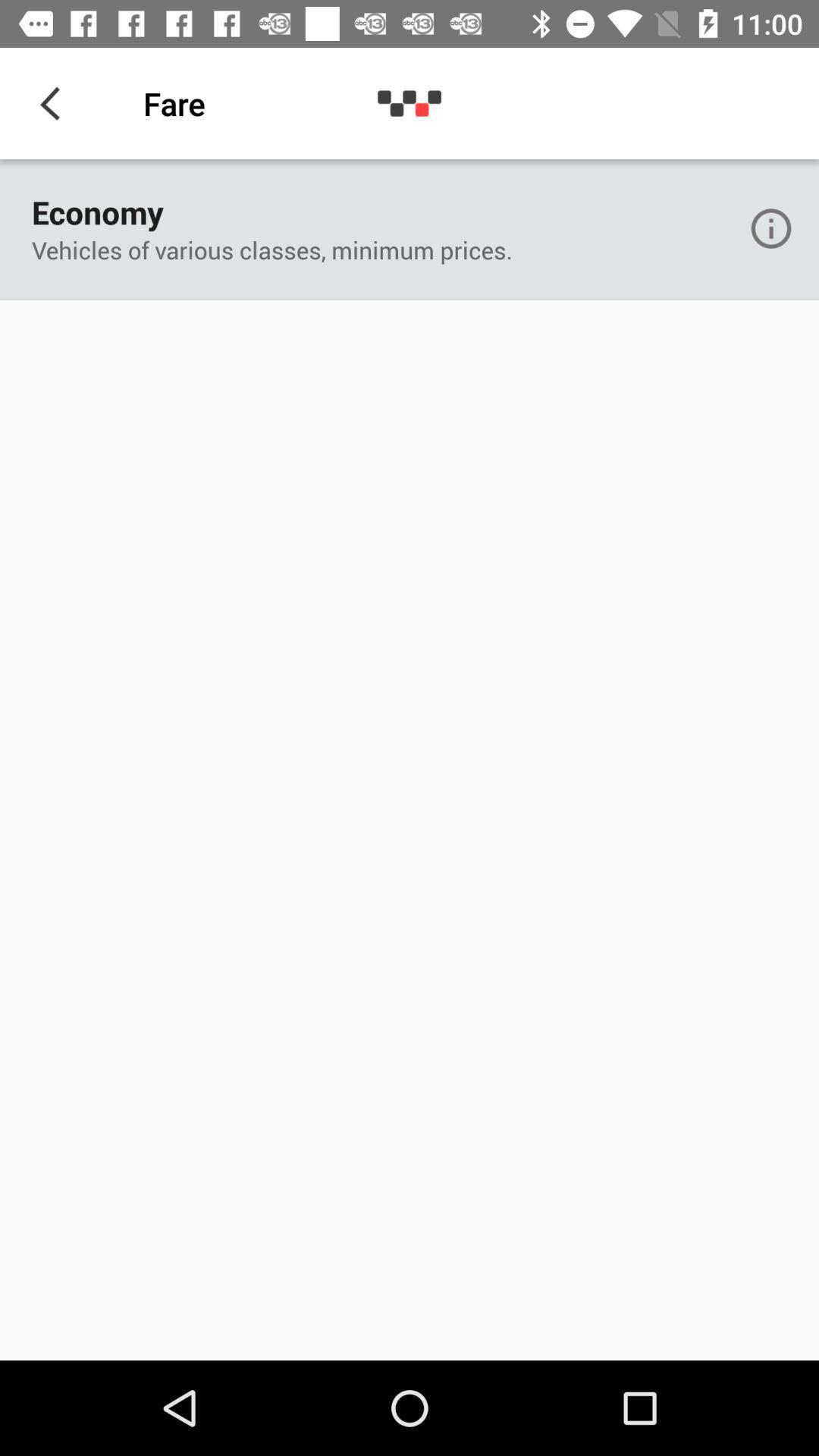  Describe the element at coordinates (55, 102) in the screenshot. I see `the icon above the economy item` at that location.